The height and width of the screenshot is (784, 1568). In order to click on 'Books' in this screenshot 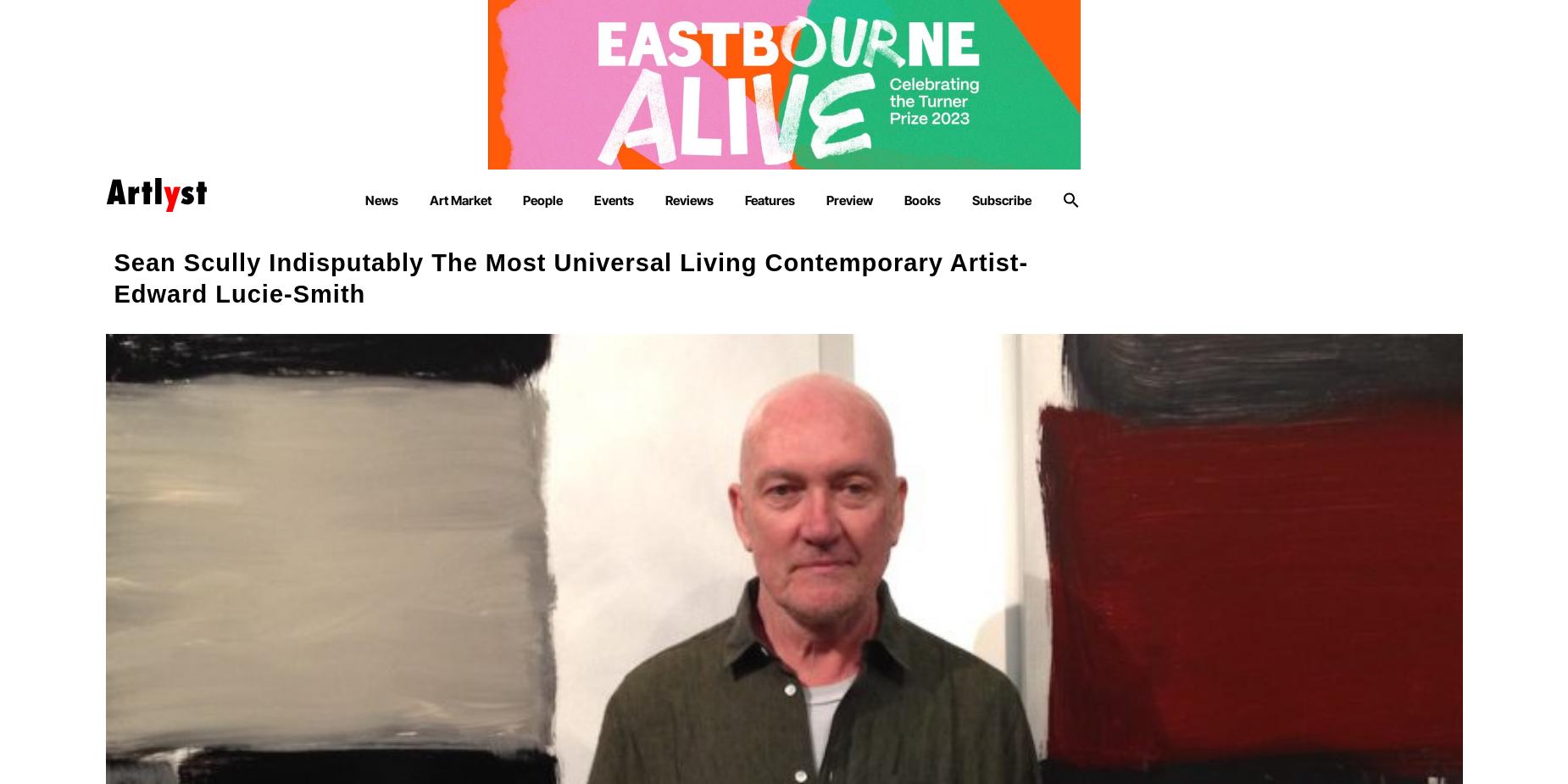, I will do `click(920, 199)`.